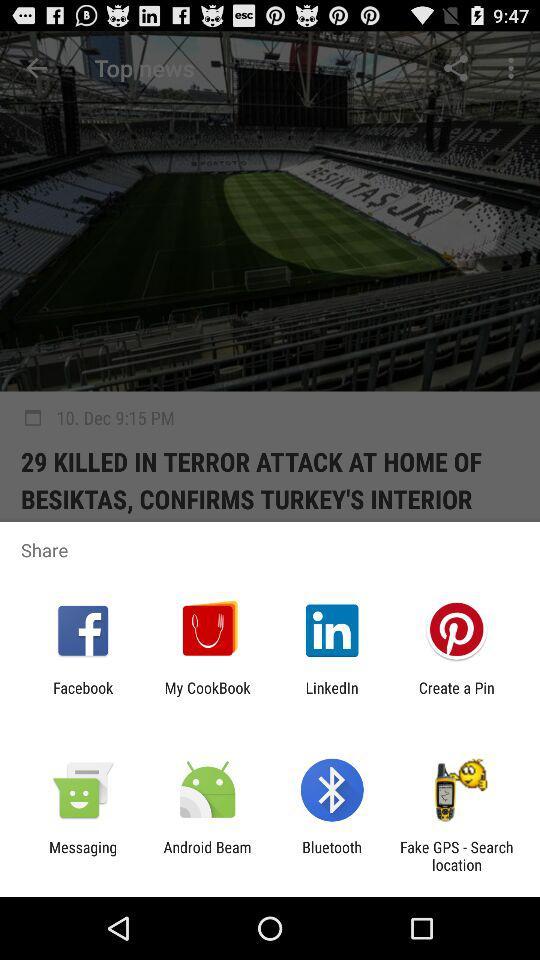  I want to click on the bluetooth, so click(332, 855).